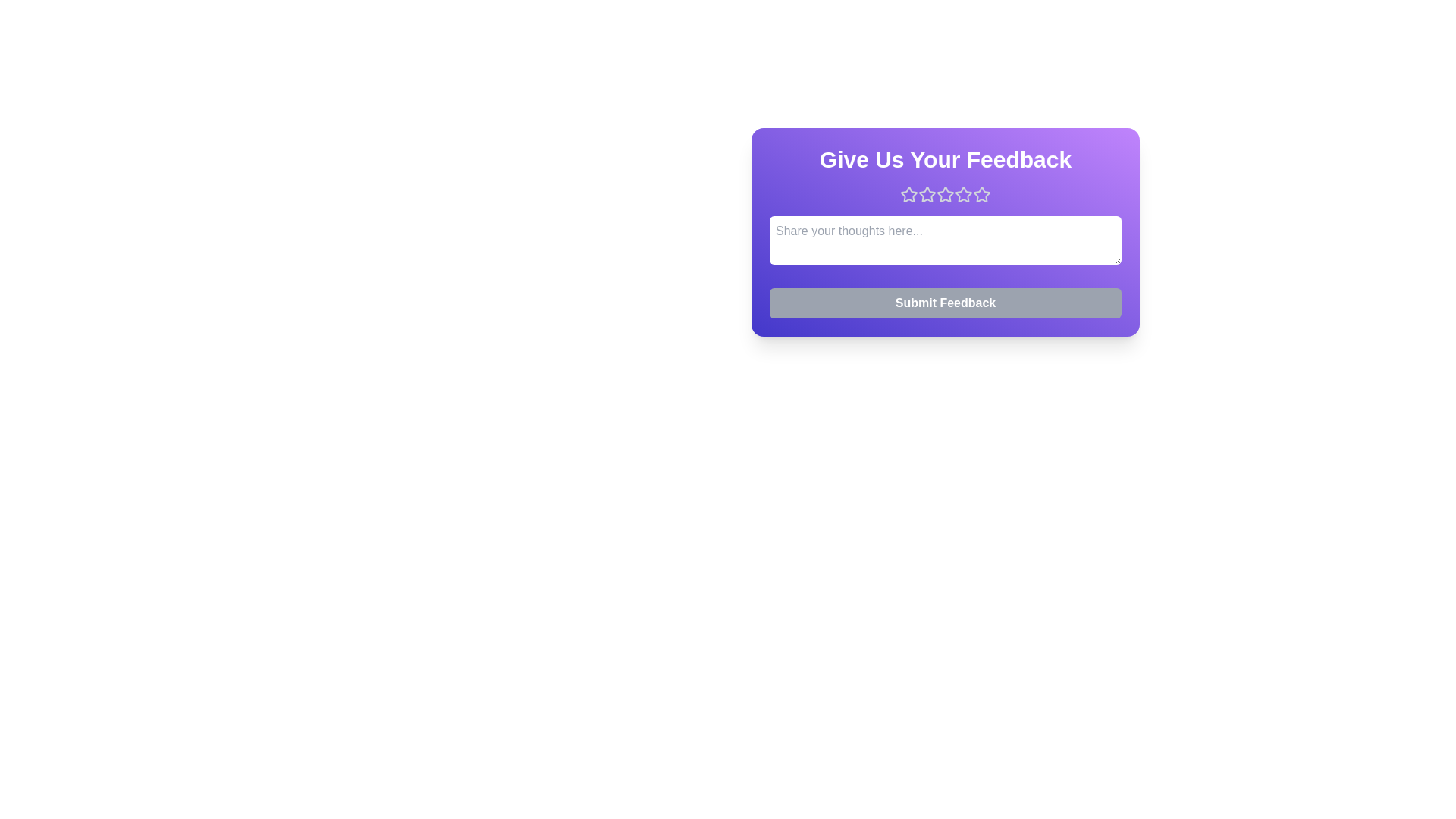 This screenshot has width=1456, height=819. Describe the element at coordinates (982, 194) in the screenshot. I see `the star corresponding to the rating 5 to set the feedback score` at that location.